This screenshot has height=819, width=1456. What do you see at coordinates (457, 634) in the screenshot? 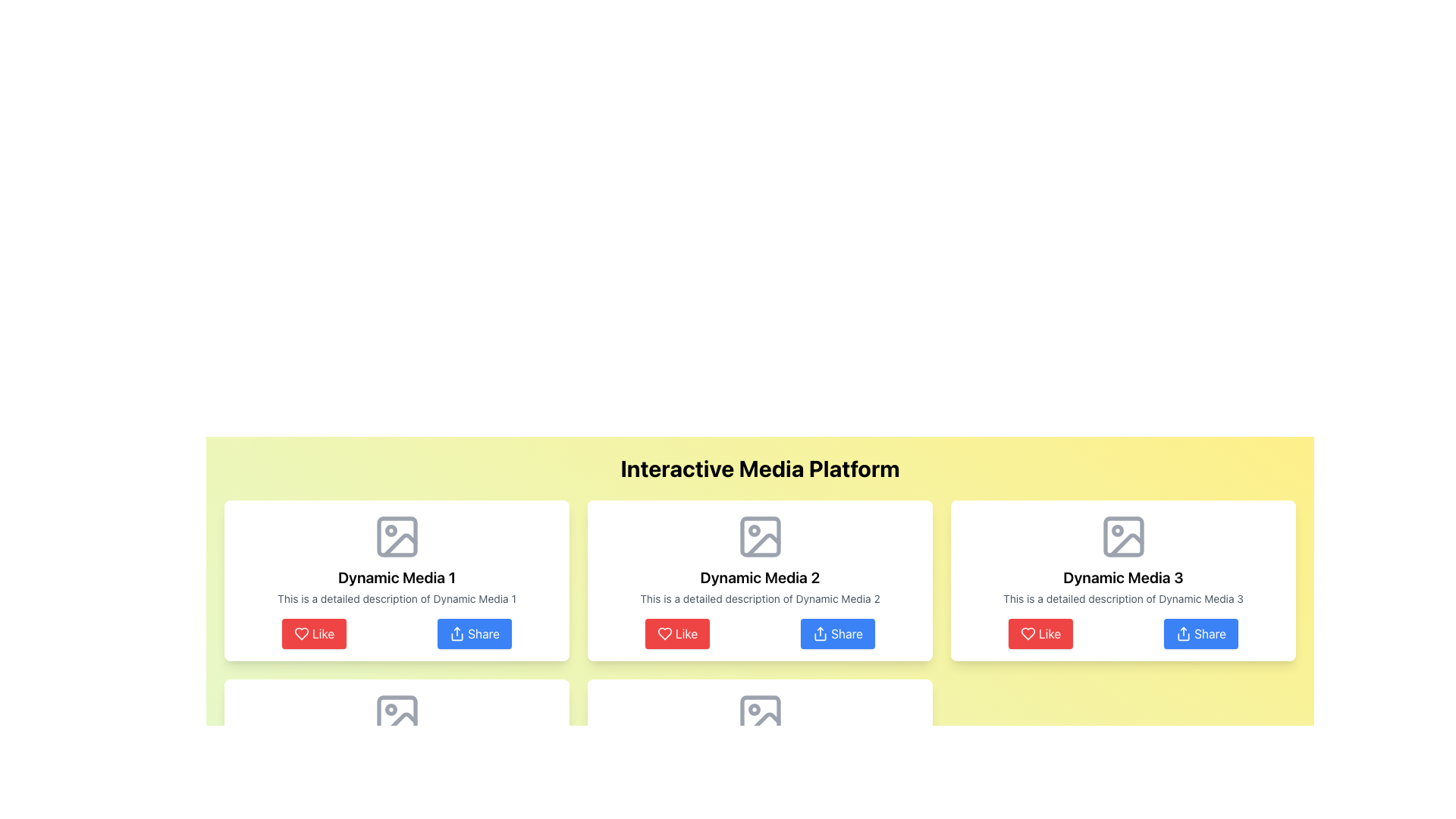
I see `the 'Share' icon, which features an upward arrow from a square base` at bounding box center [457, 634].